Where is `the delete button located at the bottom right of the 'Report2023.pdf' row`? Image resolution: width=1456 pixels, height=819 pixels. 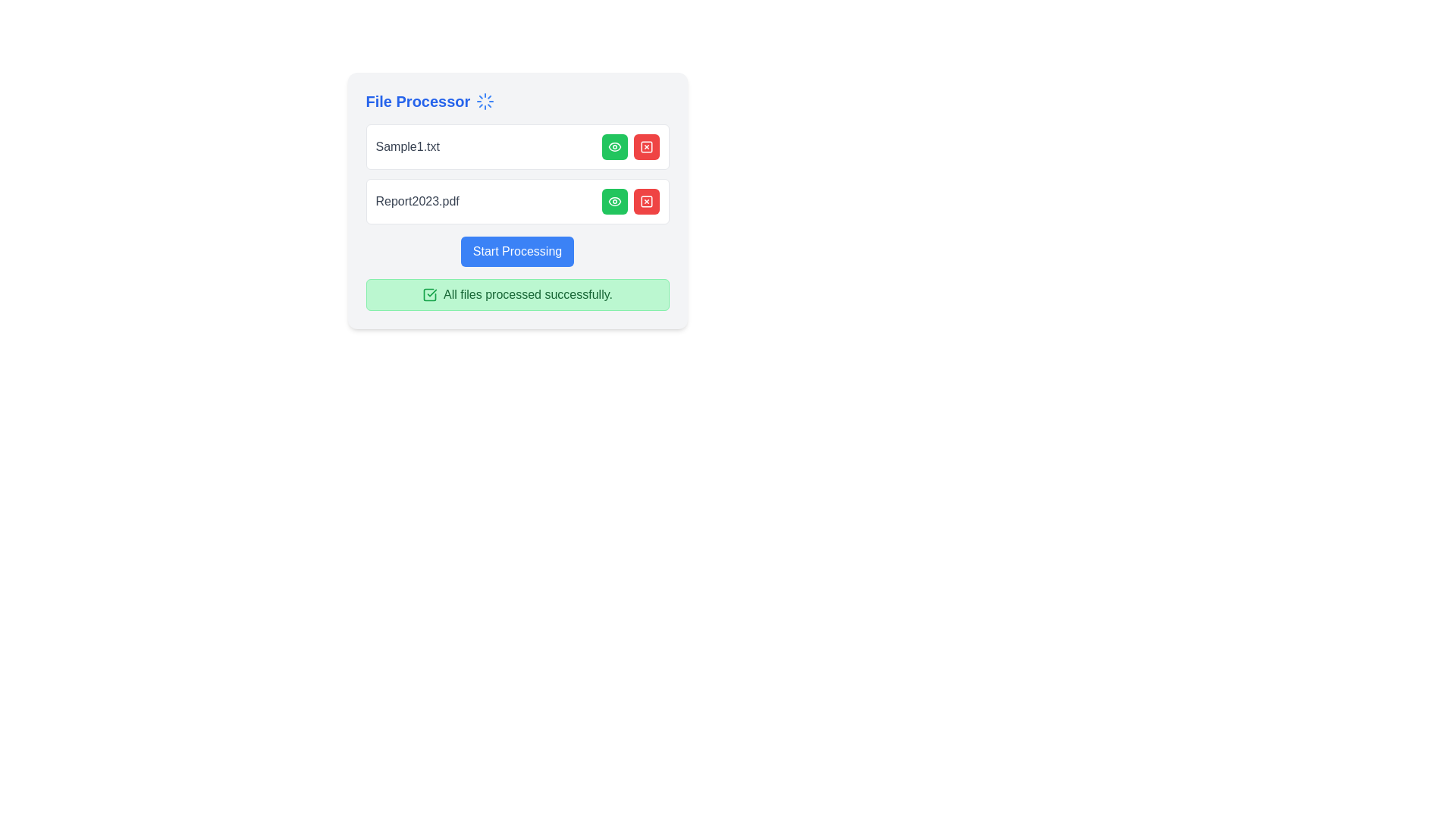 the delete button located at the bottom right of the 'Report2023.pdf' row is located at coordinates (646, 201).